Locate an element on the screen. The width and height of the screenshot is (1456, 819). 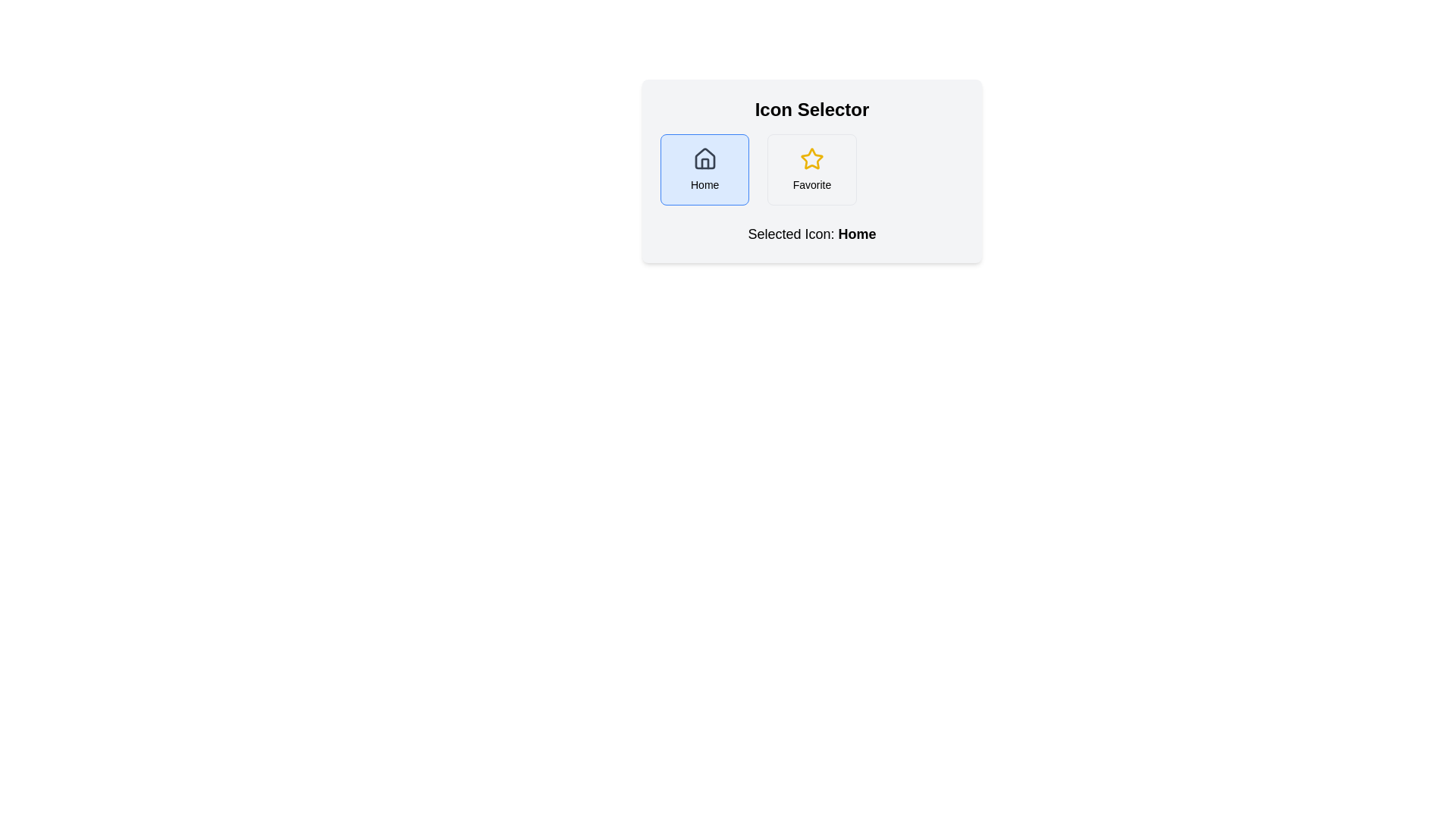
the yellow star-shaped icon located at the center of the 'Favorite' button is located at coordinates (811, 158).